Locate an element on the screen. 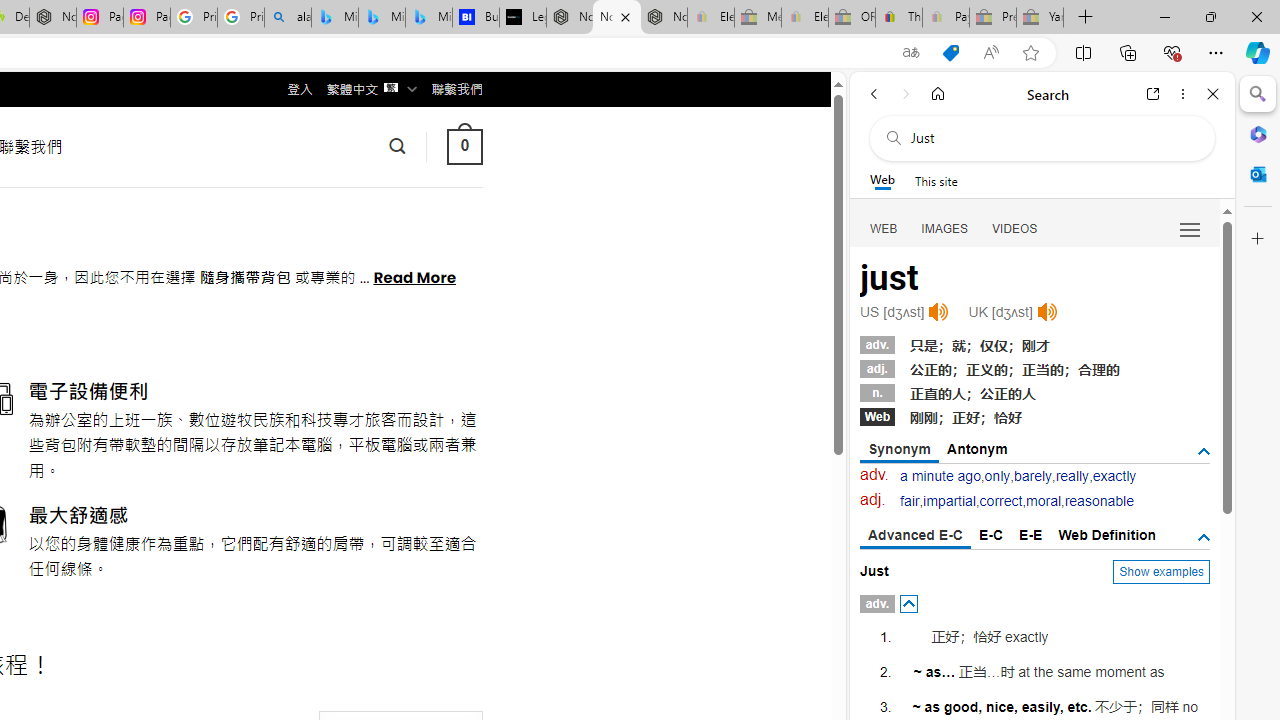  'alabama high school quarterback dies - Search' is located at coordinates (287, 17).